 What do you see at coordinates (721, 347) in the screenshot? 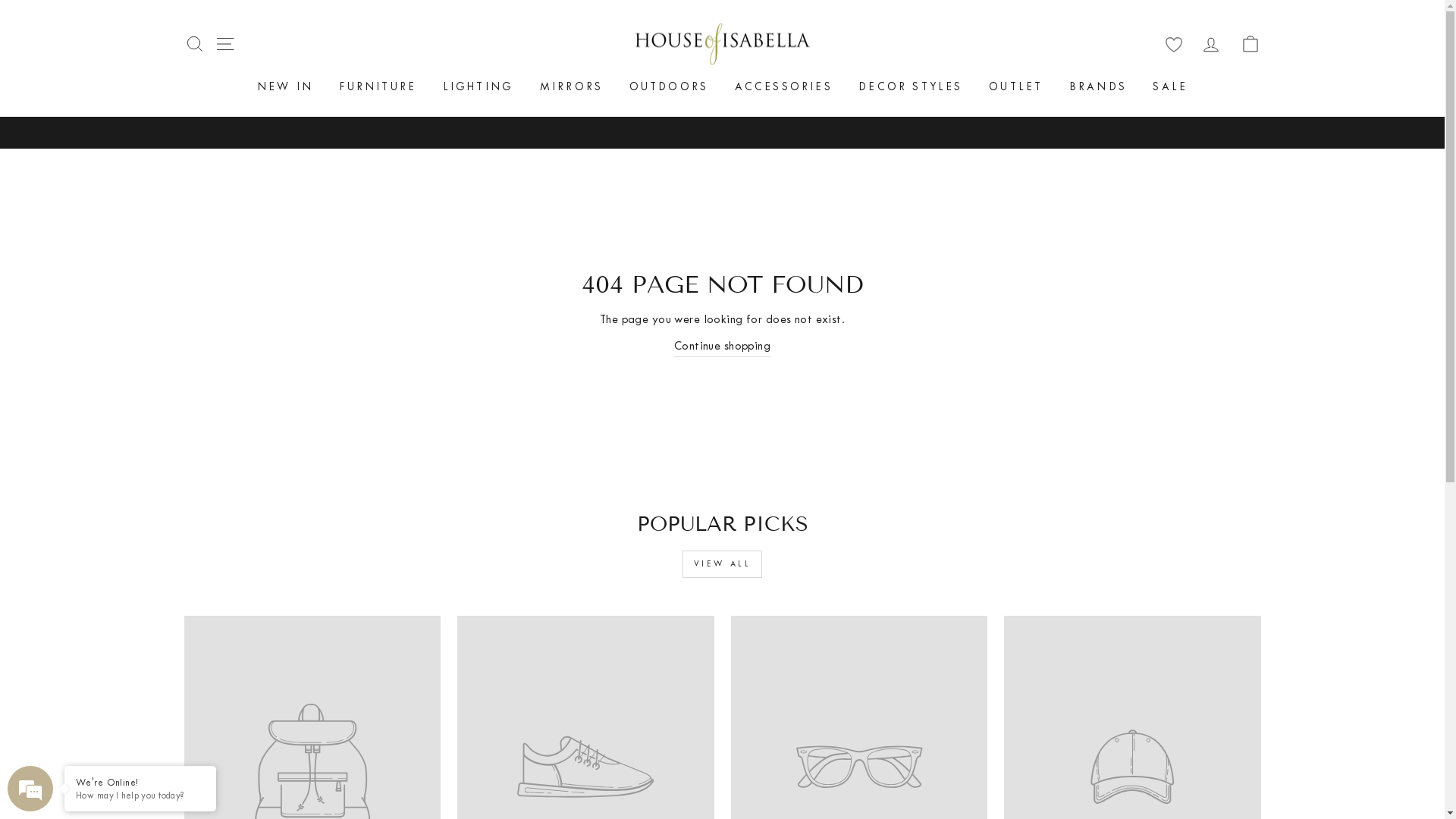
I see `'Continue shopping'` at bounding box center [721, 347].